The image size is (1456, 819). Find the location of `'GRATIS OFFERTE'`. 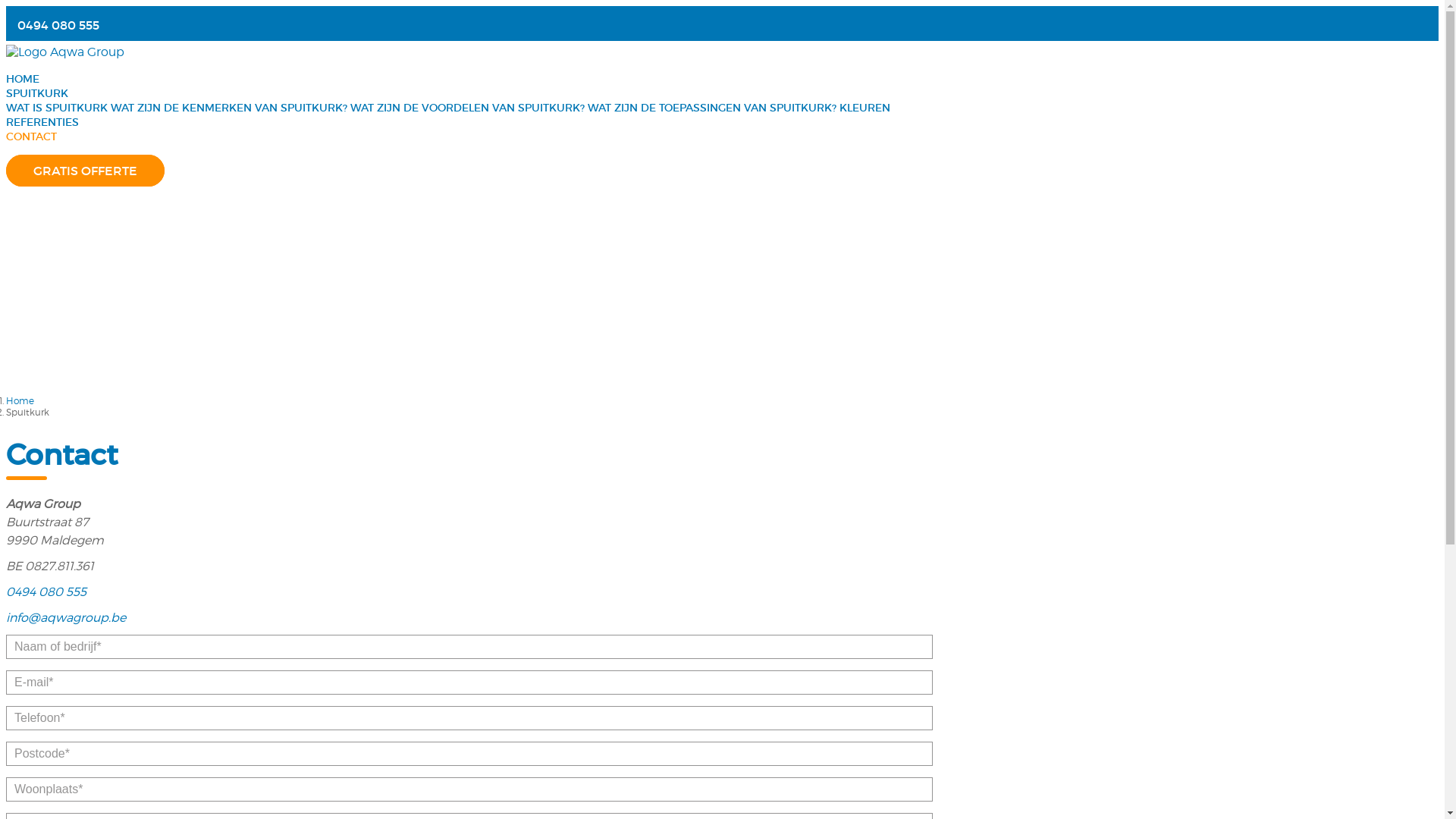

'GRATIS OFFERTE' is located at coordinates (84, 170).